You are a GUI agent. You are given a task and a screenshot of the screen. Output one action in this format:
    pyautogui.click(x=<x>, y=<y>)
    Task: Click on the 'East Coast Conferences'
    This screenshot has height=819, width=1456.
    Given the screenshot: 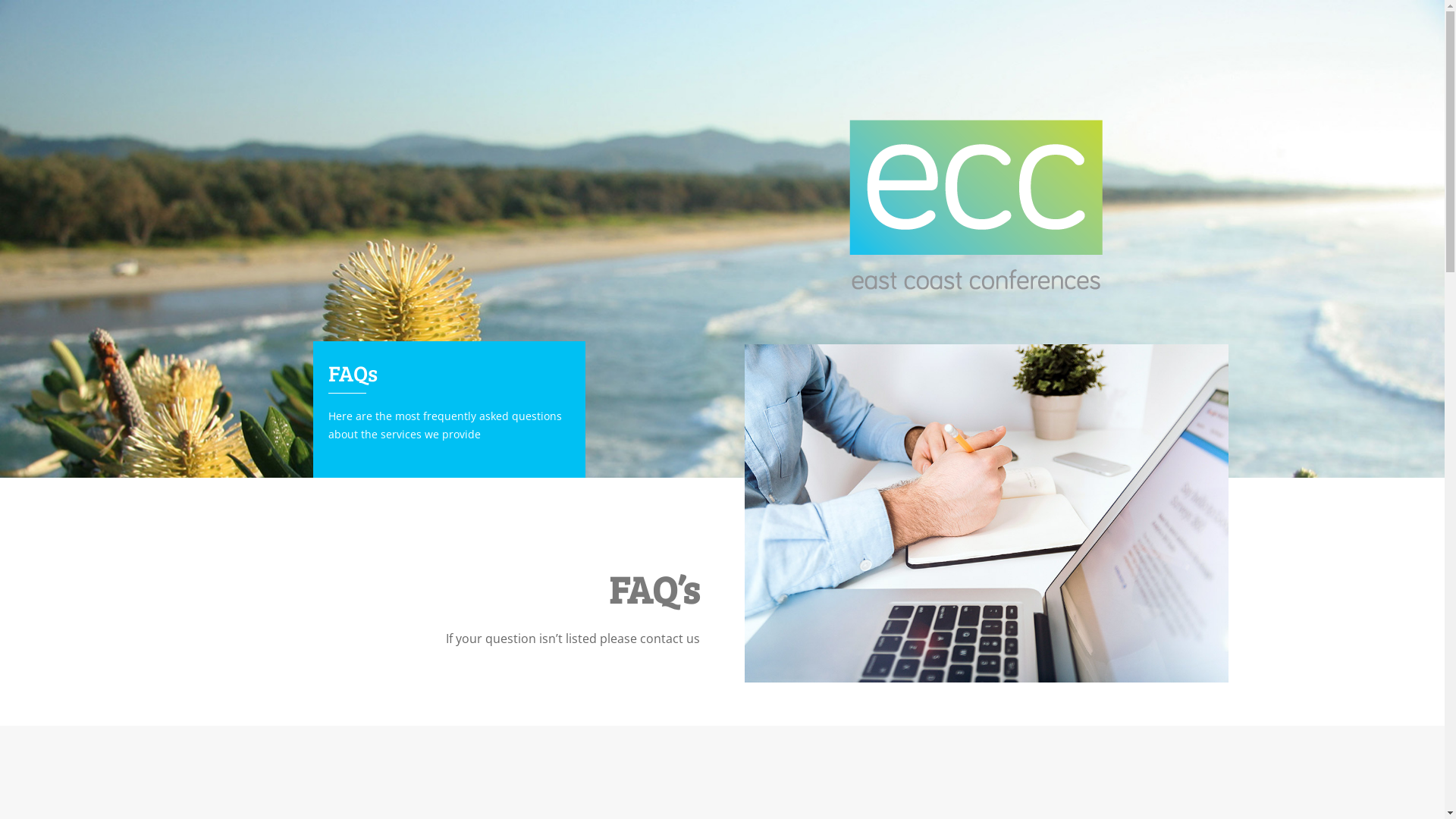 What is the action you would take?
    pyautogui.click(x=977, y=205)
    